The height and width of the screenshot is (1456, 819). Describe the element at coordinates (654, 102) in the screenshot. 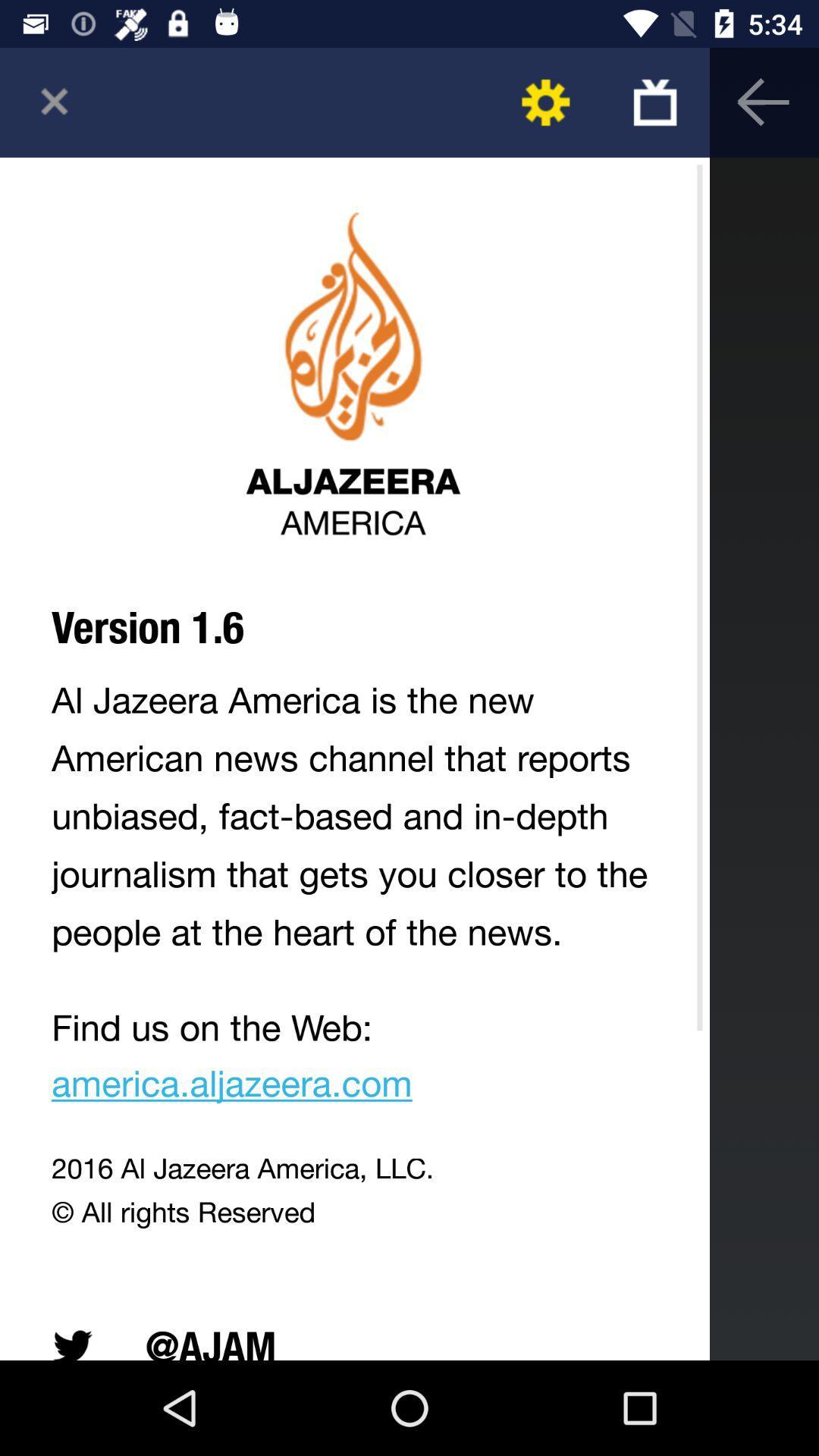

I see `button at the top right corner` at that location.